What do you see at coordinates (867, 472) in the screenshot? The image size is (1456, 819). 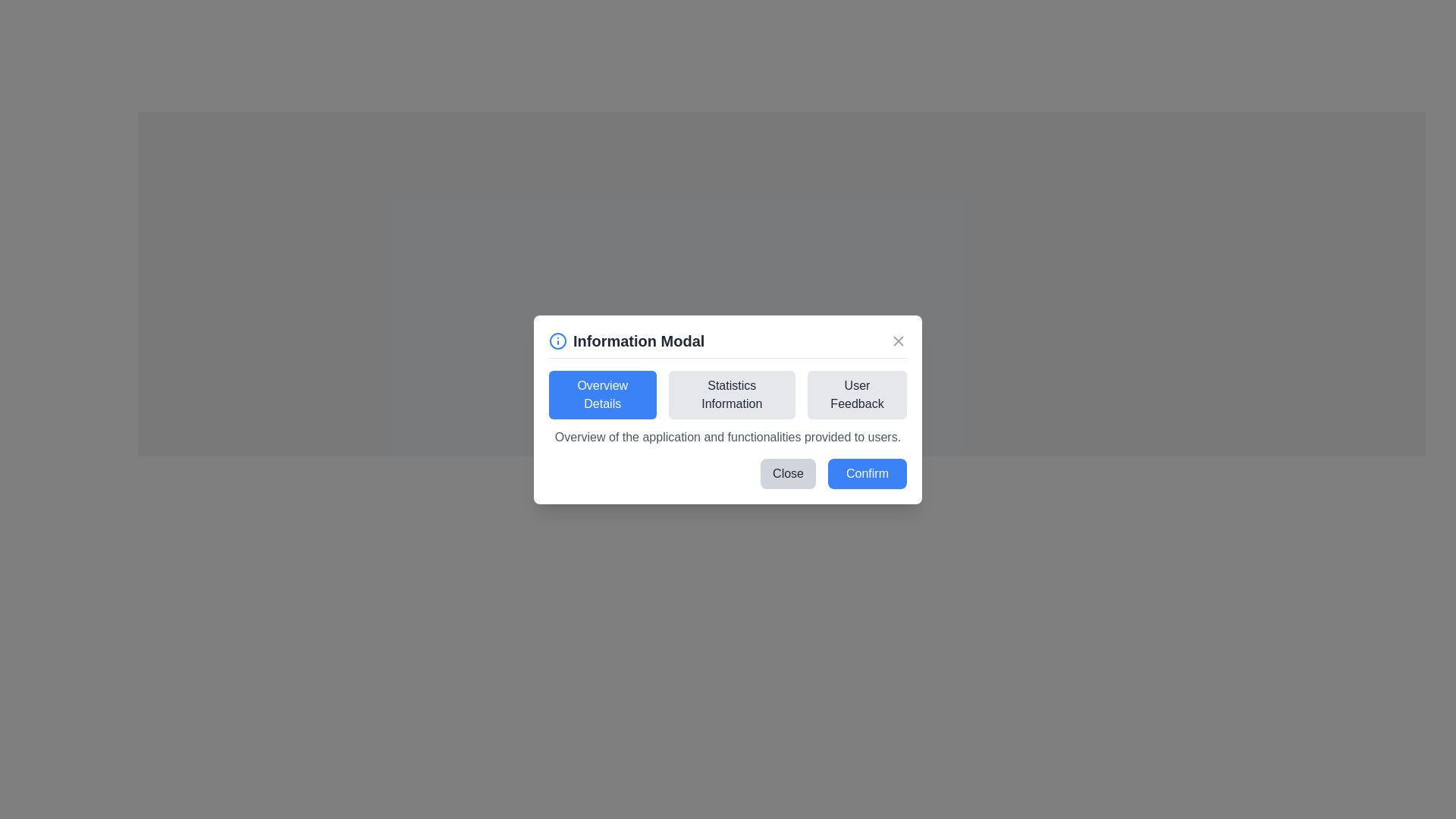 I see `the confirm button located in the modal footer on the right side, adjacent to the 'Close' button, to confirm the action` at bounding box center [867, 472].